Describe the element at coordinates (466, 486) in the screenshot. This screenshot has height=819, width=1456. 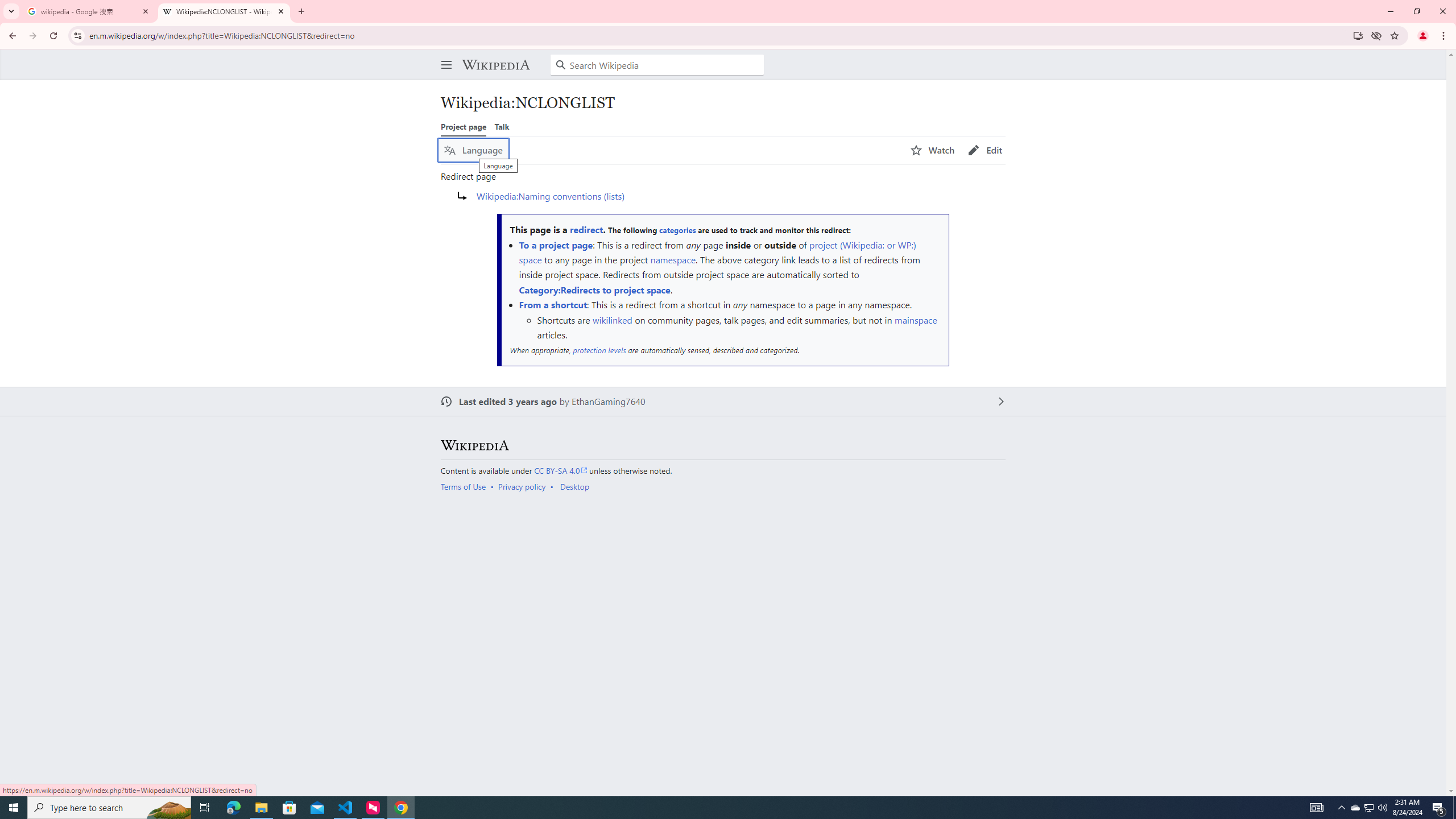
I see `'AutomationID: footer-places-terms-use'` at that location.